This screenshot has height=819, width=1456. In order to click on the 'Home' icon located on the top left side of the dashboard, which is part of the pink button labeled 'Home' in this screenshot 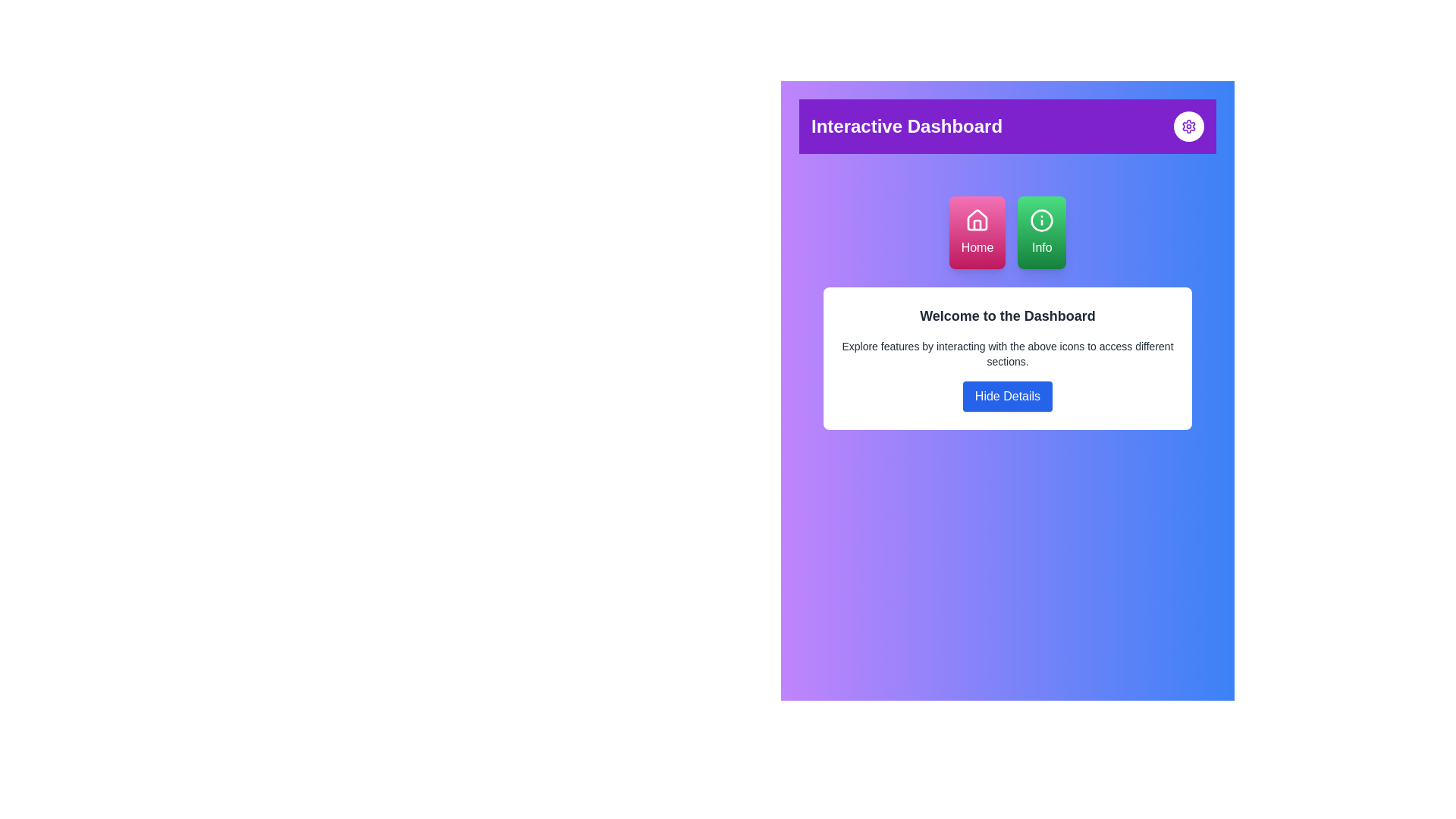, I will do `click(977, 220)`.